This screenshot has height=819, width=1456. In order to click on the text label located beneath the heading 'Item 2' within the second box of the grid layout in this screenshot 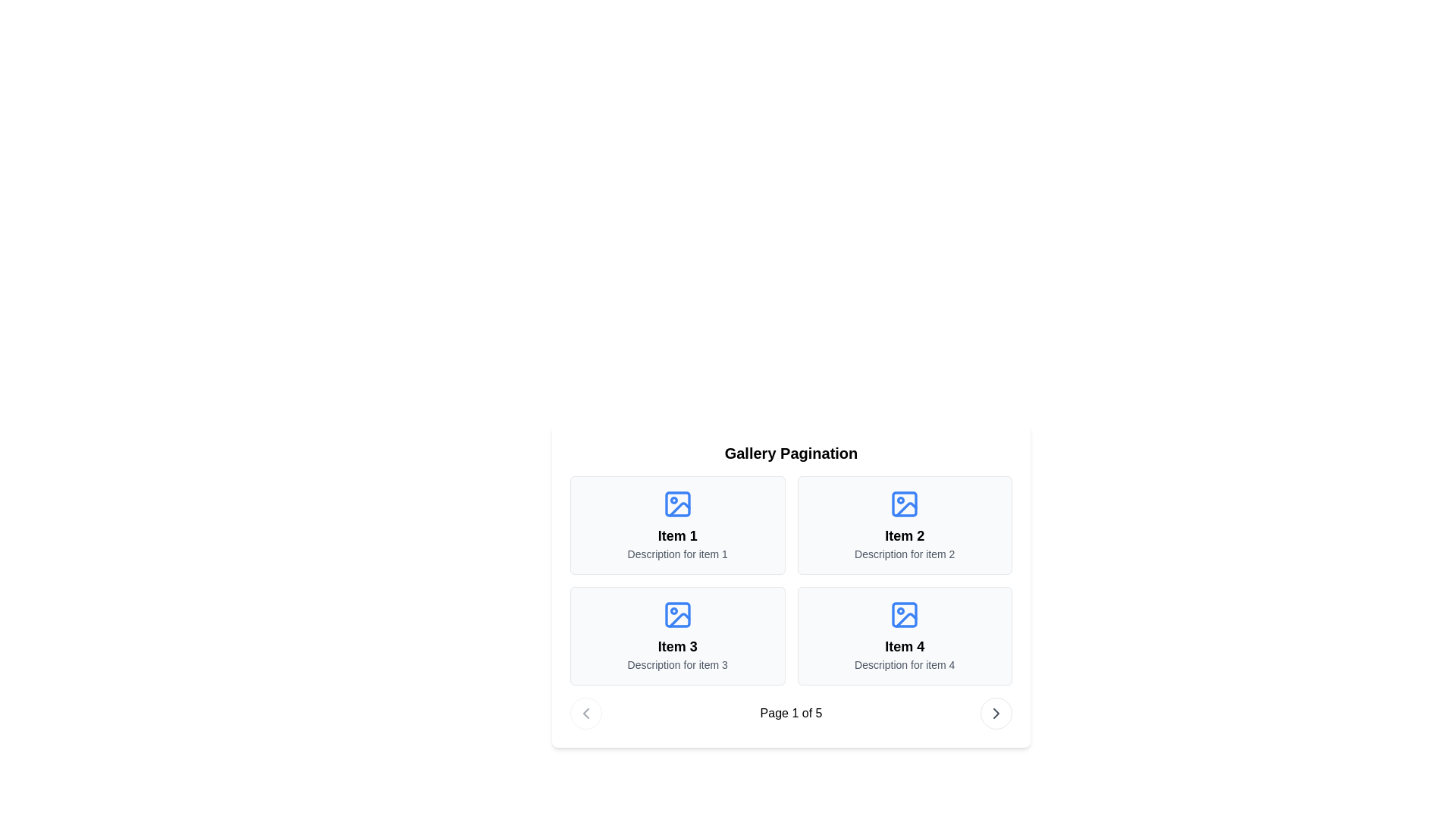, I will do `click(905, 554)`.